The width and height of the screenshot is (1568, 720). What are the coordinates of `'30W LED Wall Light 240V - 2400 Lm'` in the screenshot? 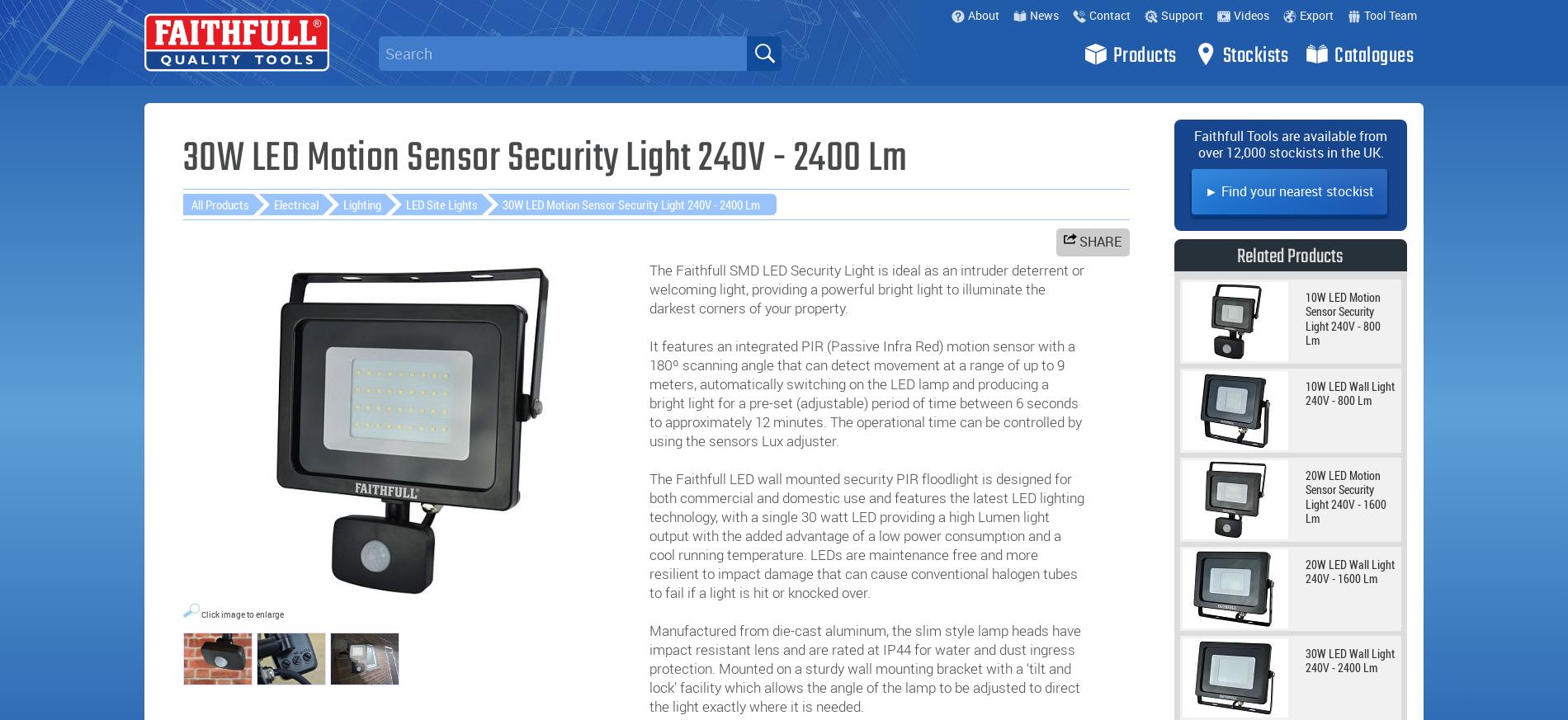 It's located at (1350, 660).